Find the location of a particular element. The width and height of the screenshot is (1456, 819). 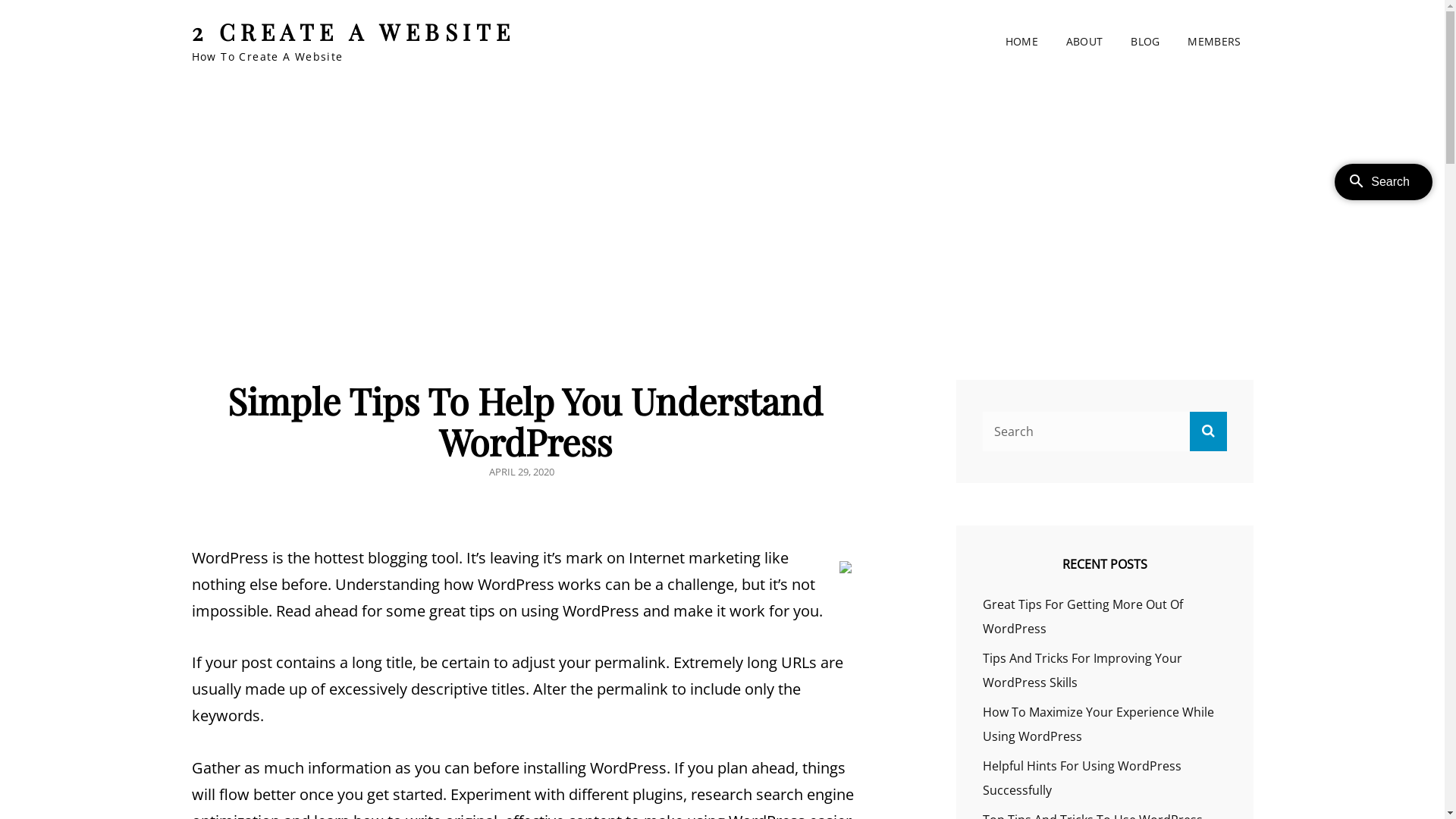

'ABOUT' is located at coordinates (1084, 40).